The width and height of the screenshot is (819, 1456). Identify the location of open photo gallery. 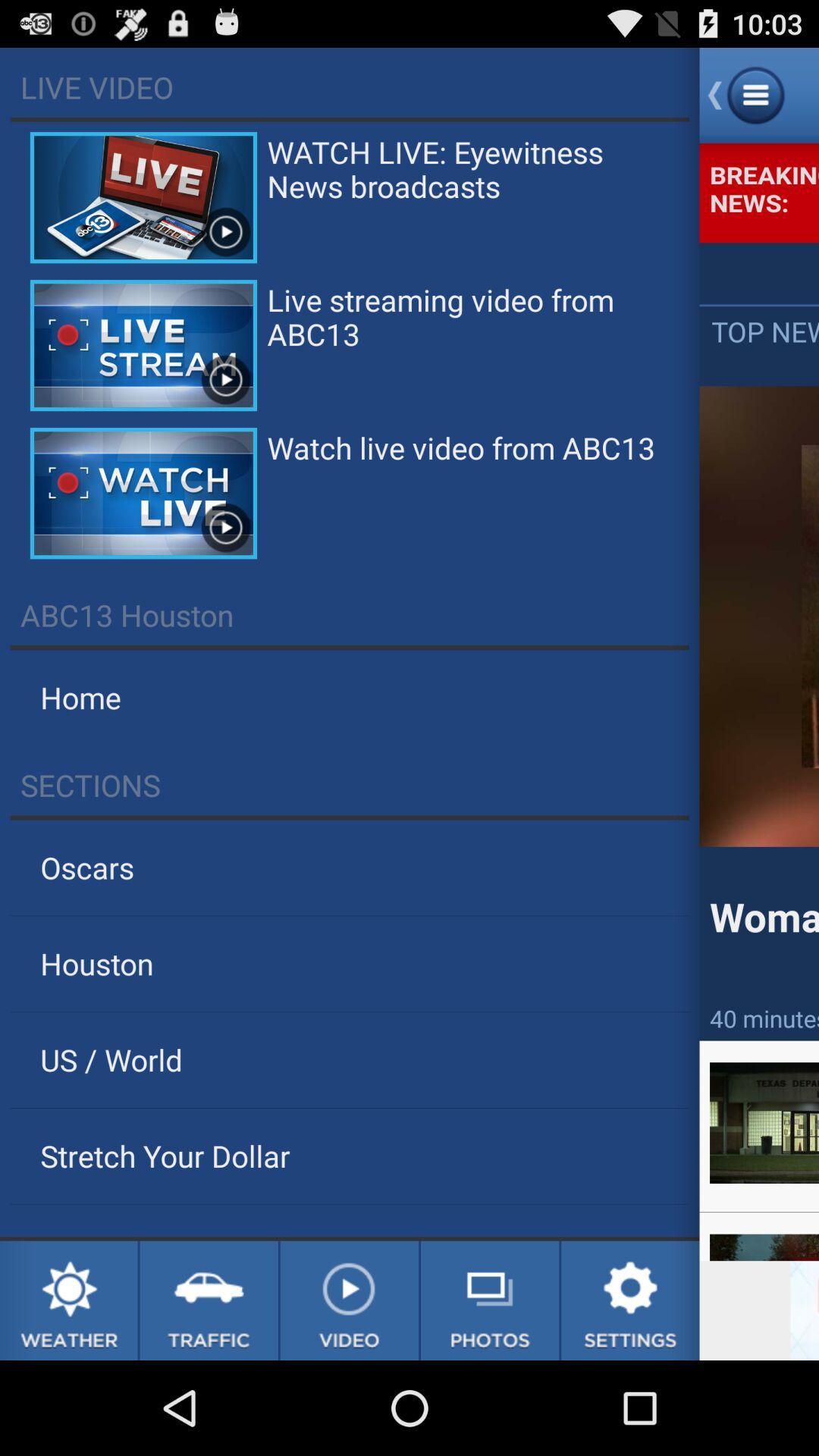
(490, 1300).